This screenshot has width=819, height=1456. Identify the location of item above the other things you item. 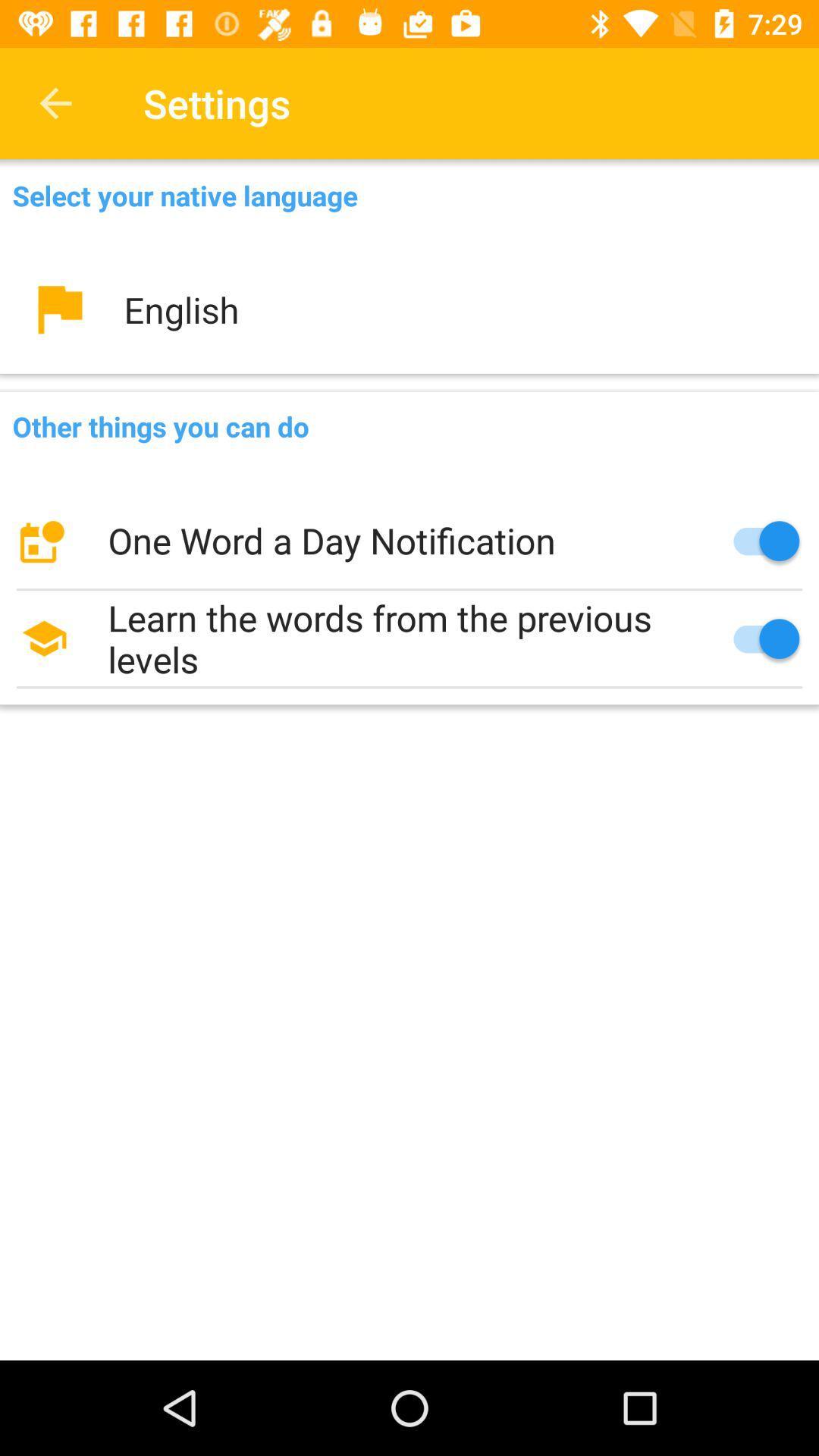
(409, 309).